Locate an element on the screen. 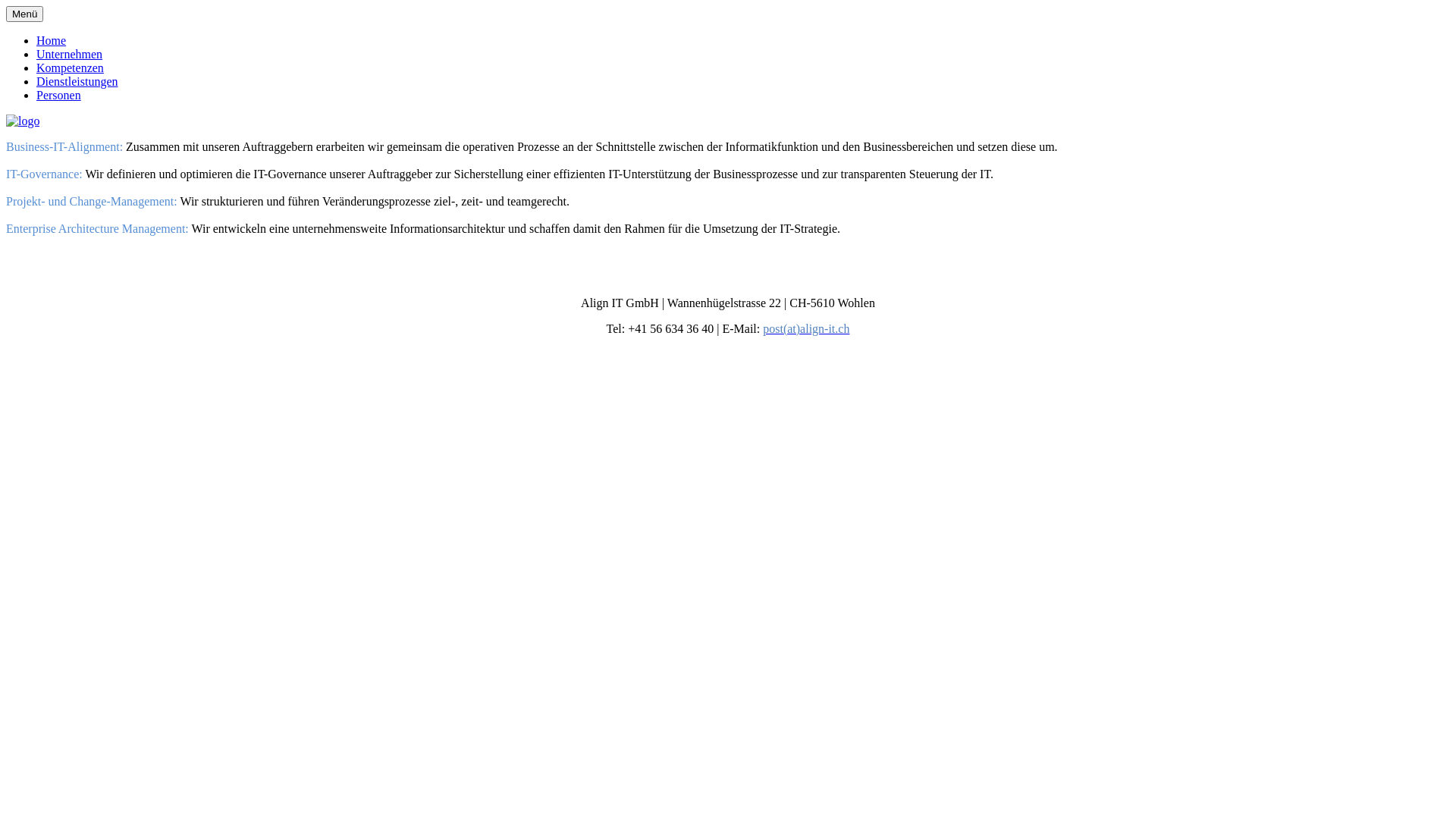  'Unternehmen' is located at coordinates (68, 53).